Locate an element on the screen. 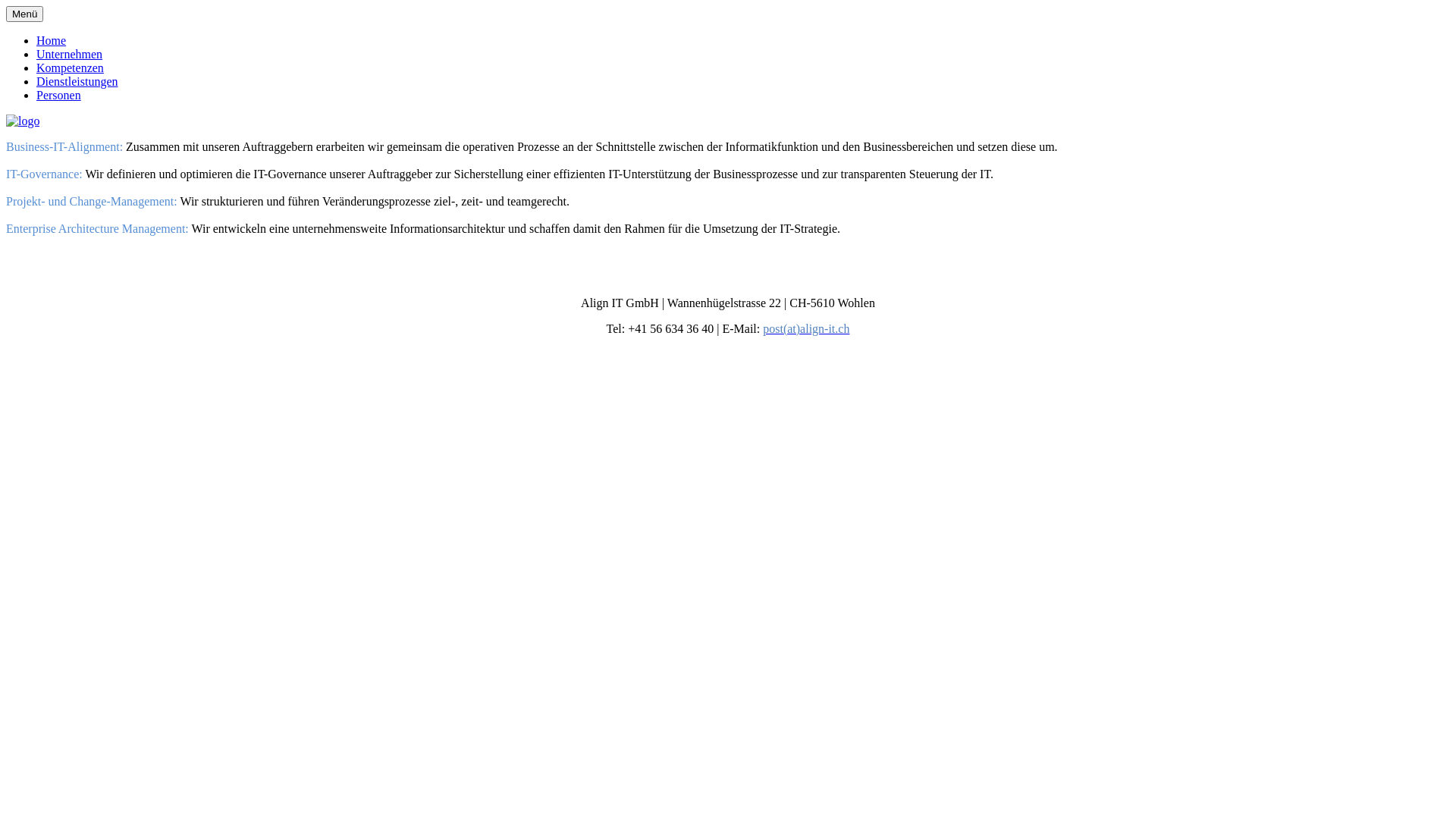  'Unternehmen' is located at coordinates (68, 53).